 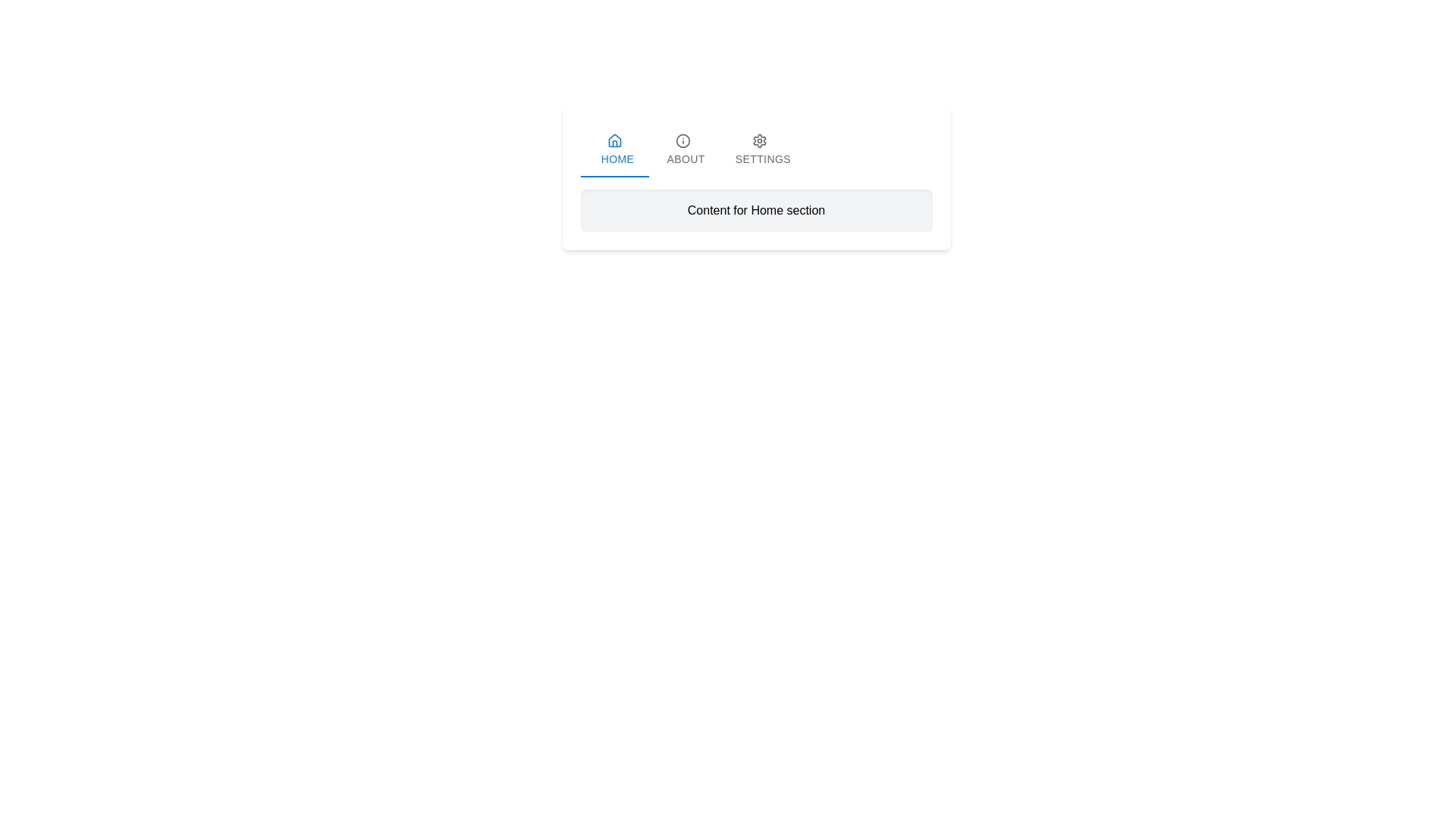 I want to click on the 'Settings' tab in the navigation bar, so click(x=760, y=149).